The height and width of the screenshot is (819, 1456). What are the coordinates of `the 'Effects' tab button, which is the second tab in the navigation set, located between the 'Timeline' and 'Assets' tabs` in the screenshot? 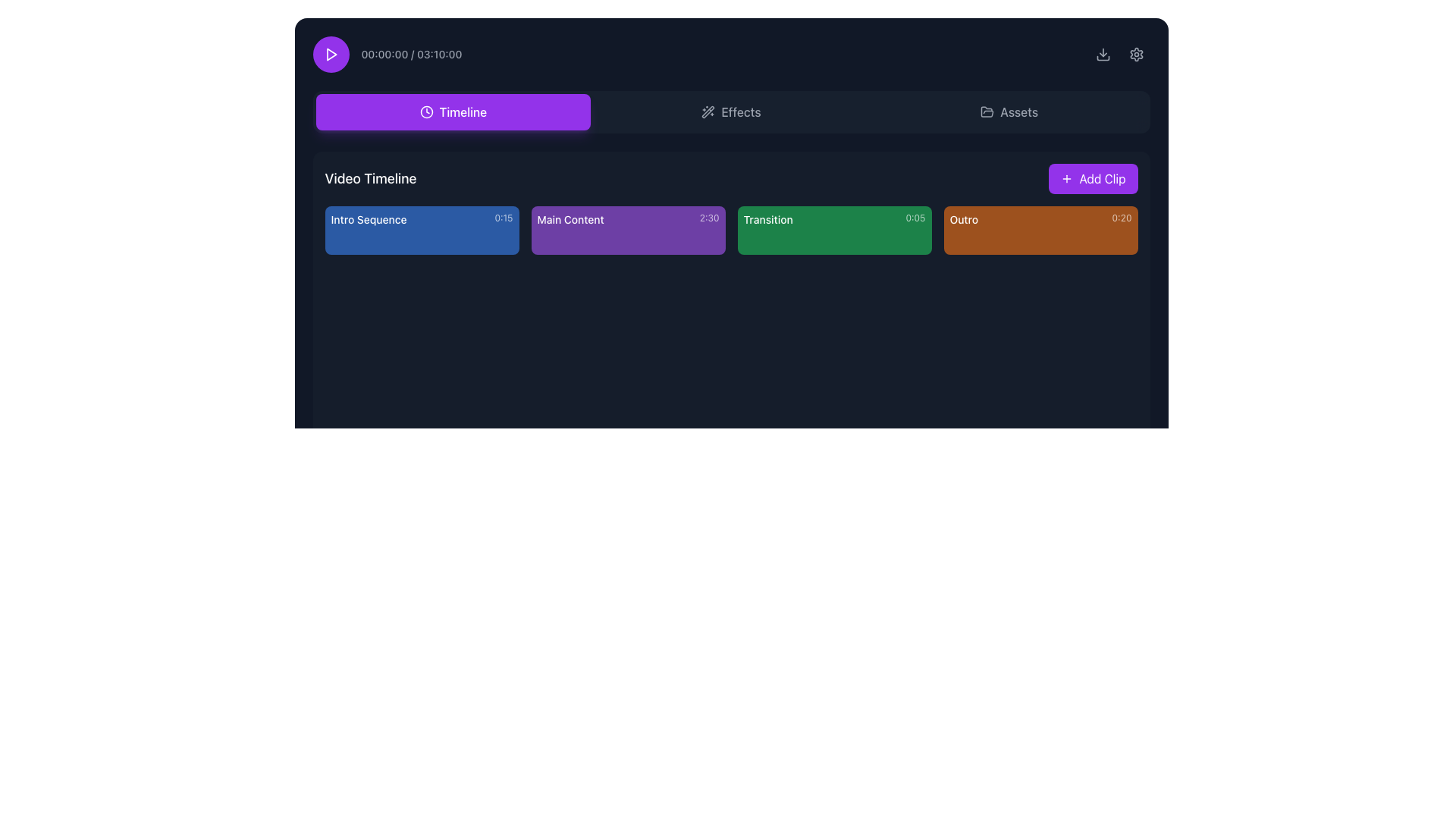 It's located at (731, 111).